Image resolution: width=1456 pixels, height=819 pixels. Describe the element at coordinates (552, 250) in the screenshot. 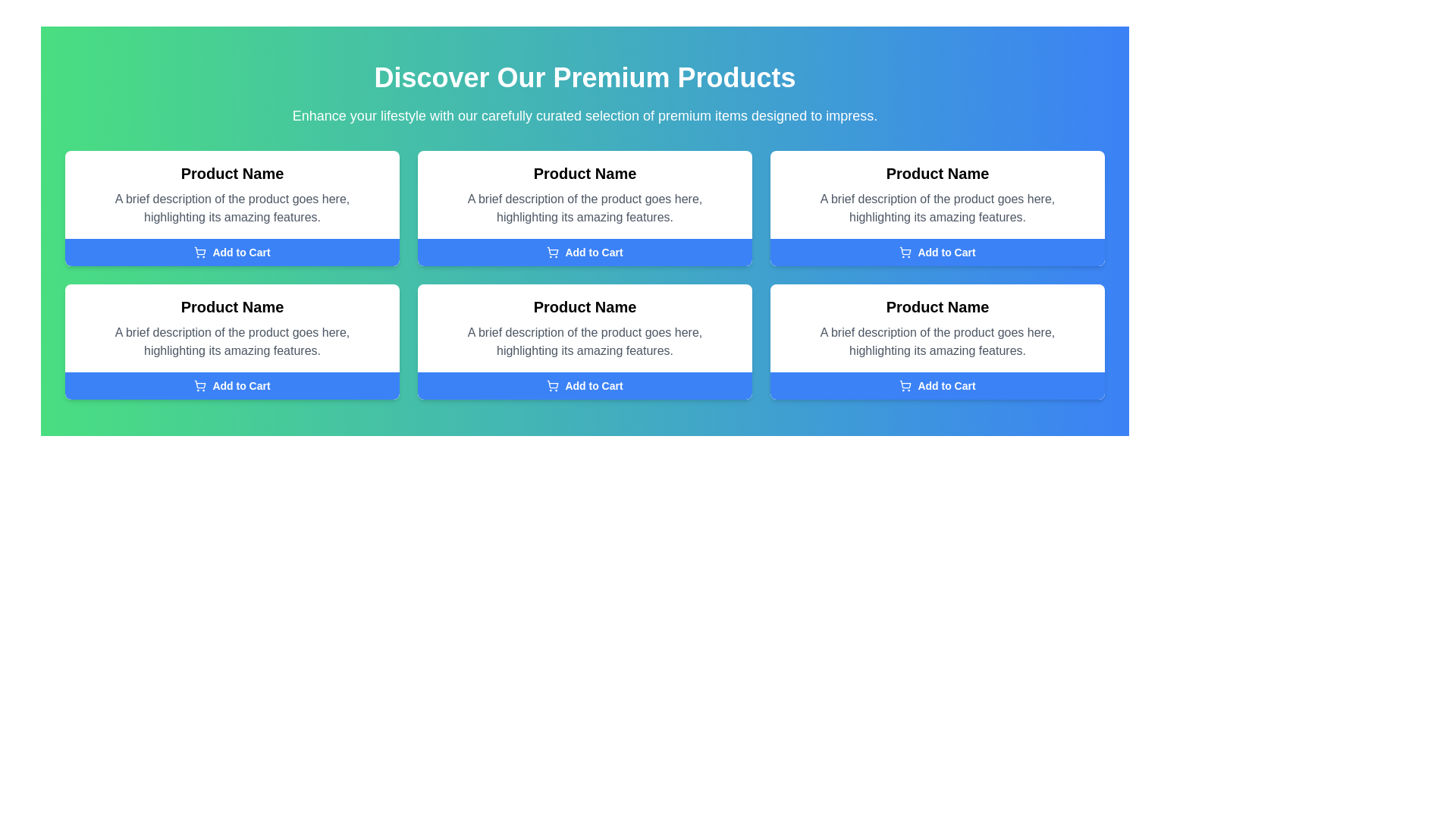

I see `the graphical icon representing the 'Add to Cart' button, which is located in the top row of the product grid layout, preceding the text 'Add to Cart'` at that location.